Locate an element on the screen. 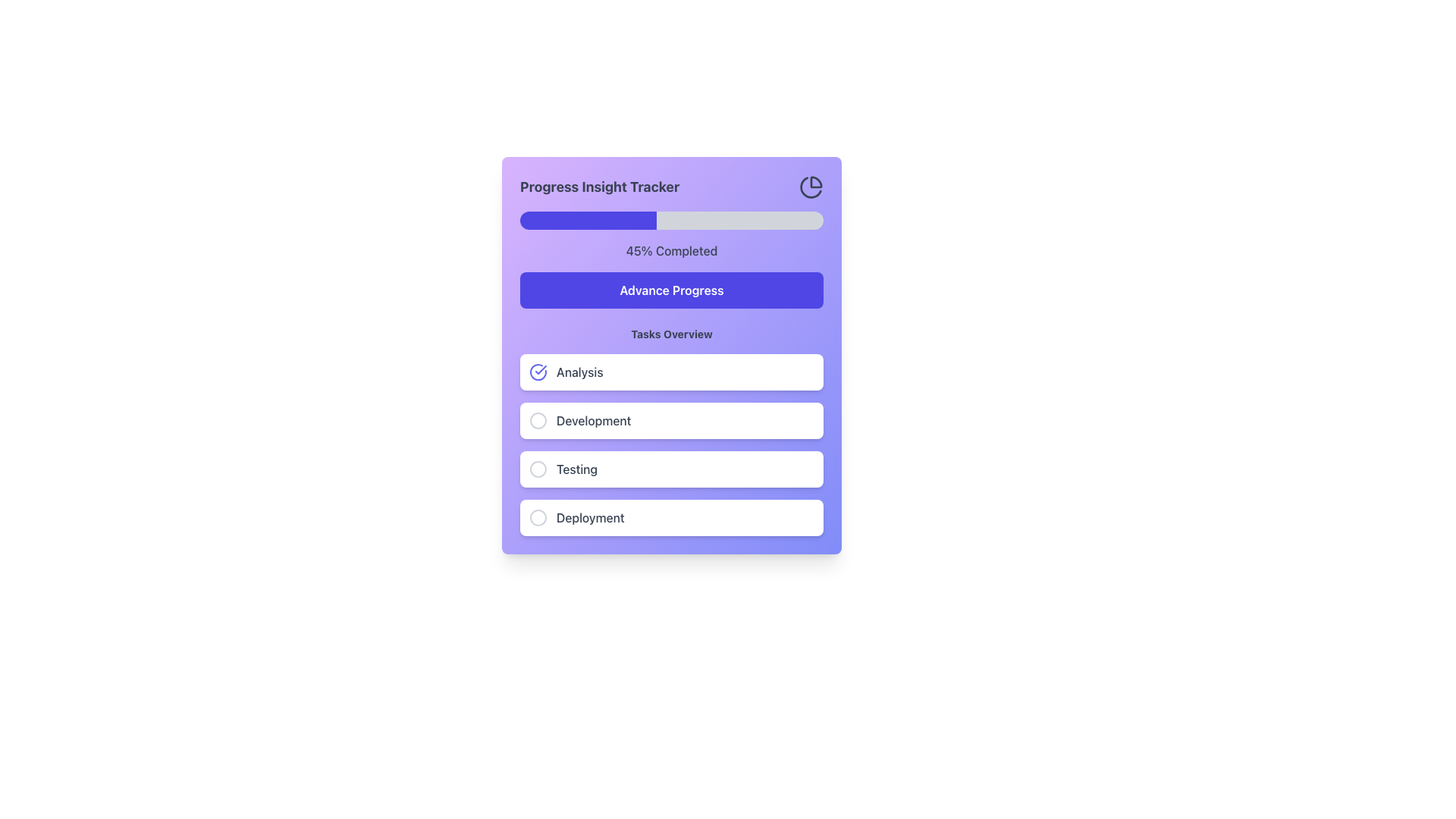 Image resolution: width=1456 pixels, height=819 pixels. the first radio button associated with the 'Testing' task in the 'Tasks Overview' section is located at coordinates (538, 468).